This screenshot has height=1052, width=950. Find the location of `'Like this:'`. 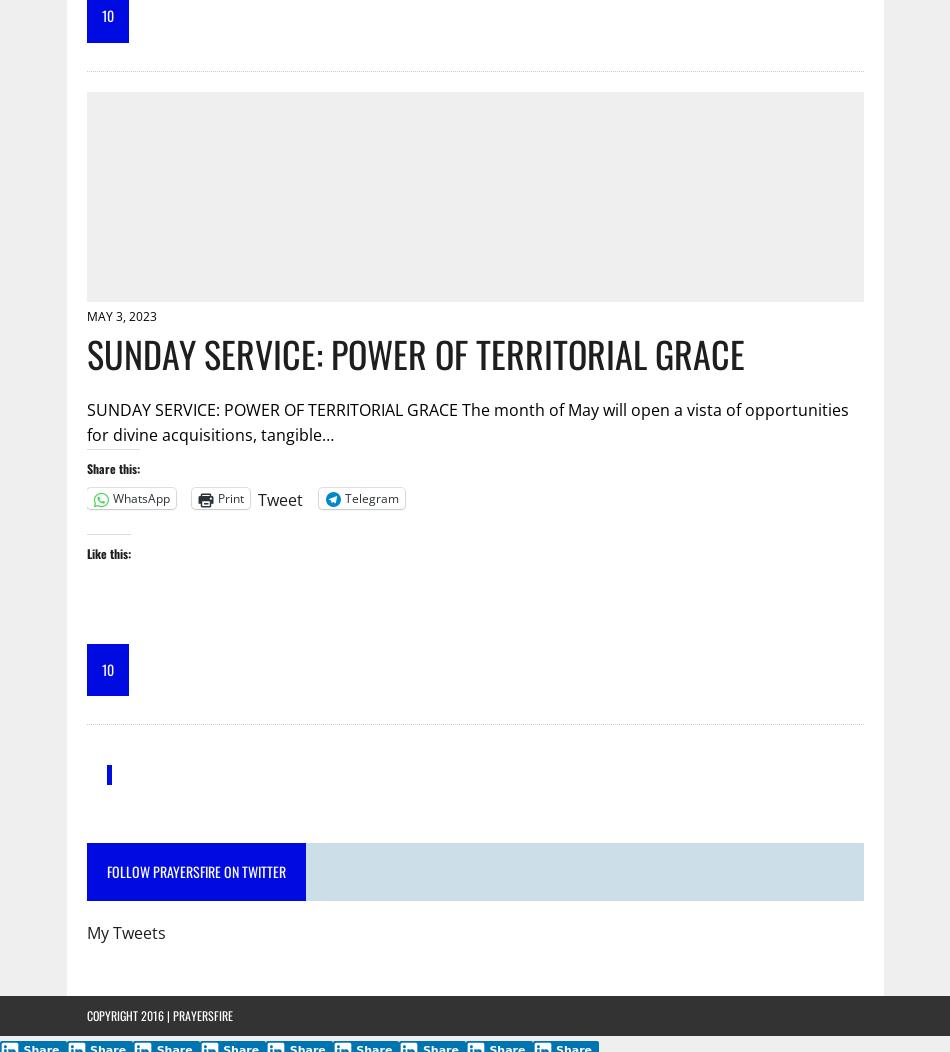

'Like this:' is located at coordinates (108, 553).